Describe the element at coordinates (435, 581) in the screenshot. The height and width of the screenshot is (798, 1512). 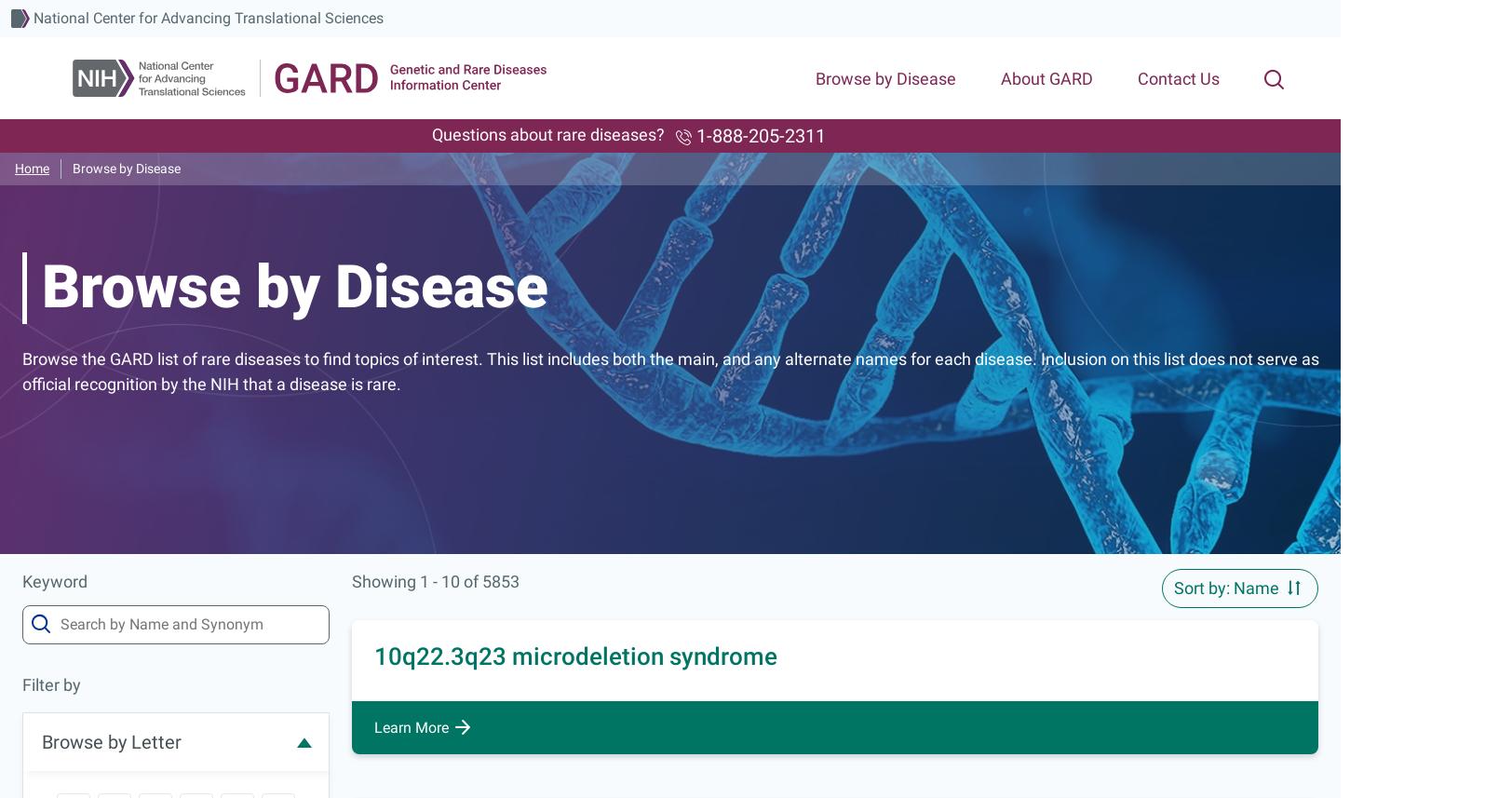
I see `'Showing 1 - 10 of 5853'` at that location.